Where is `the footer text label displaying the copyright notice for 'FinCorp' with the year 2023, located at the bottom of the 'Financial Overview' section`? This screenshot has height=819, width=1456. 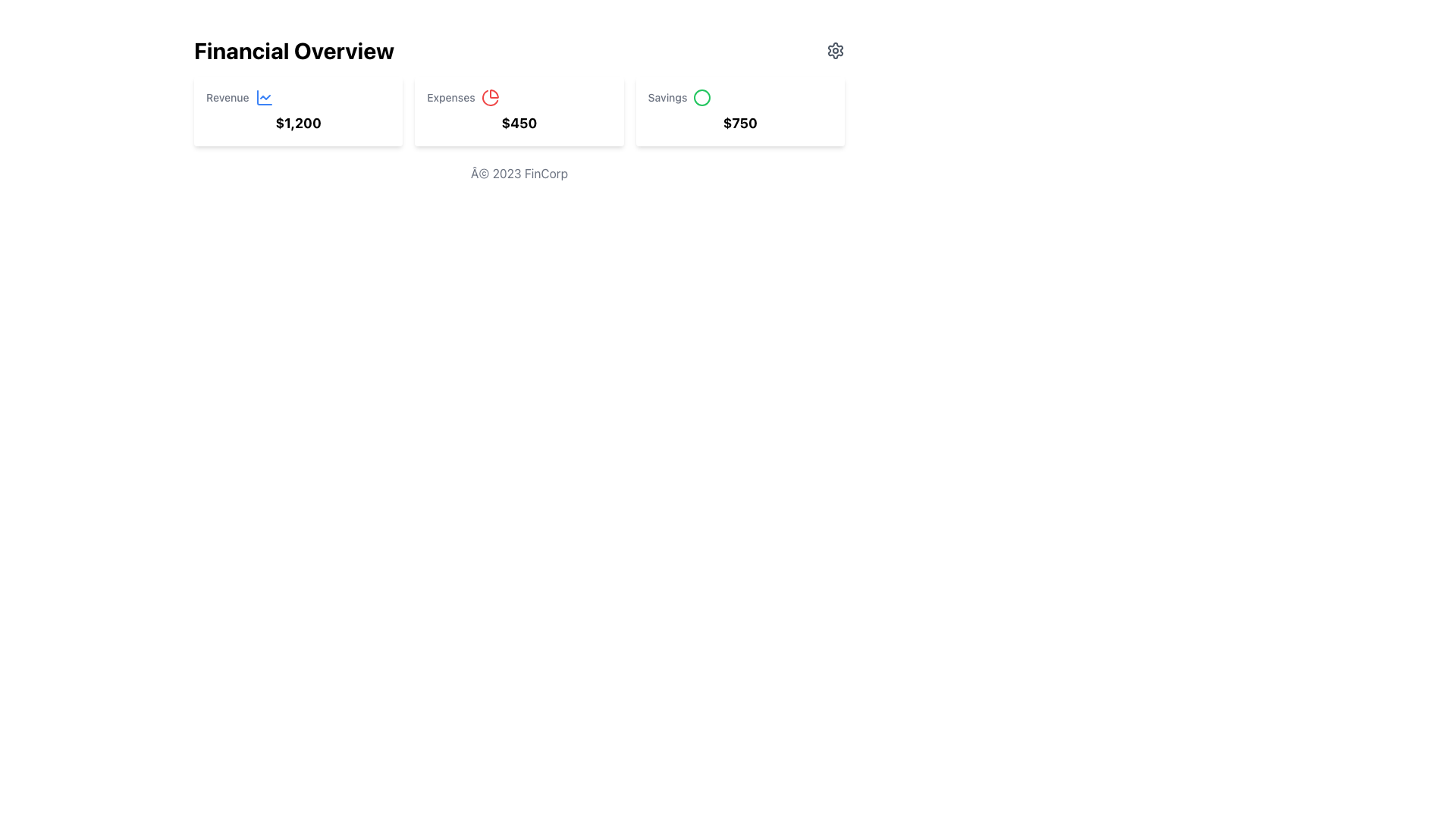
the footer text label displaying the copyright notice for 'FinCorp' with the year 2023, located at the bottom of the 'Financial Overview' section is located at coordinates (519, 172).